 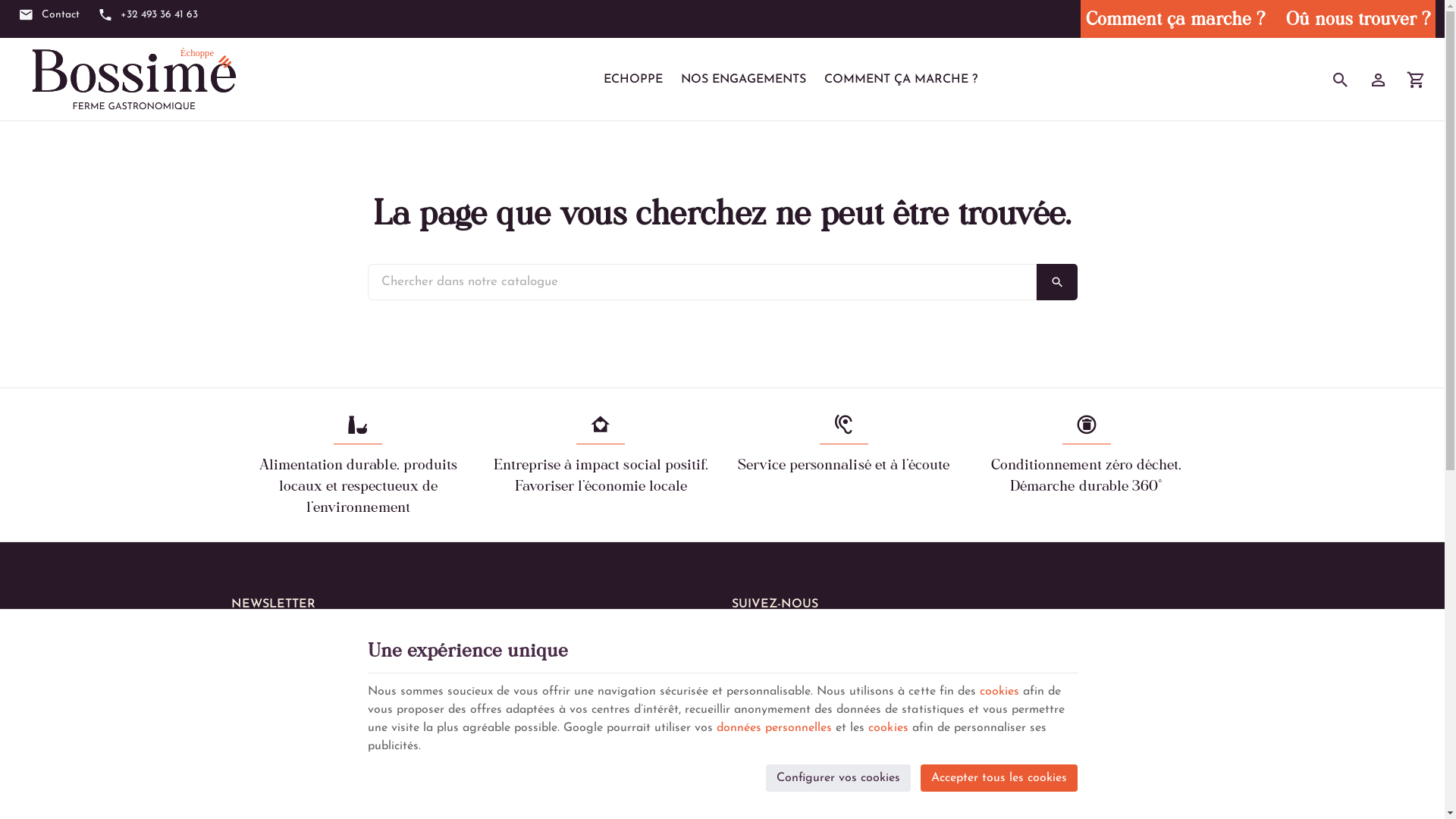 I want to click on 'Contact', so click(x=9, y=14).